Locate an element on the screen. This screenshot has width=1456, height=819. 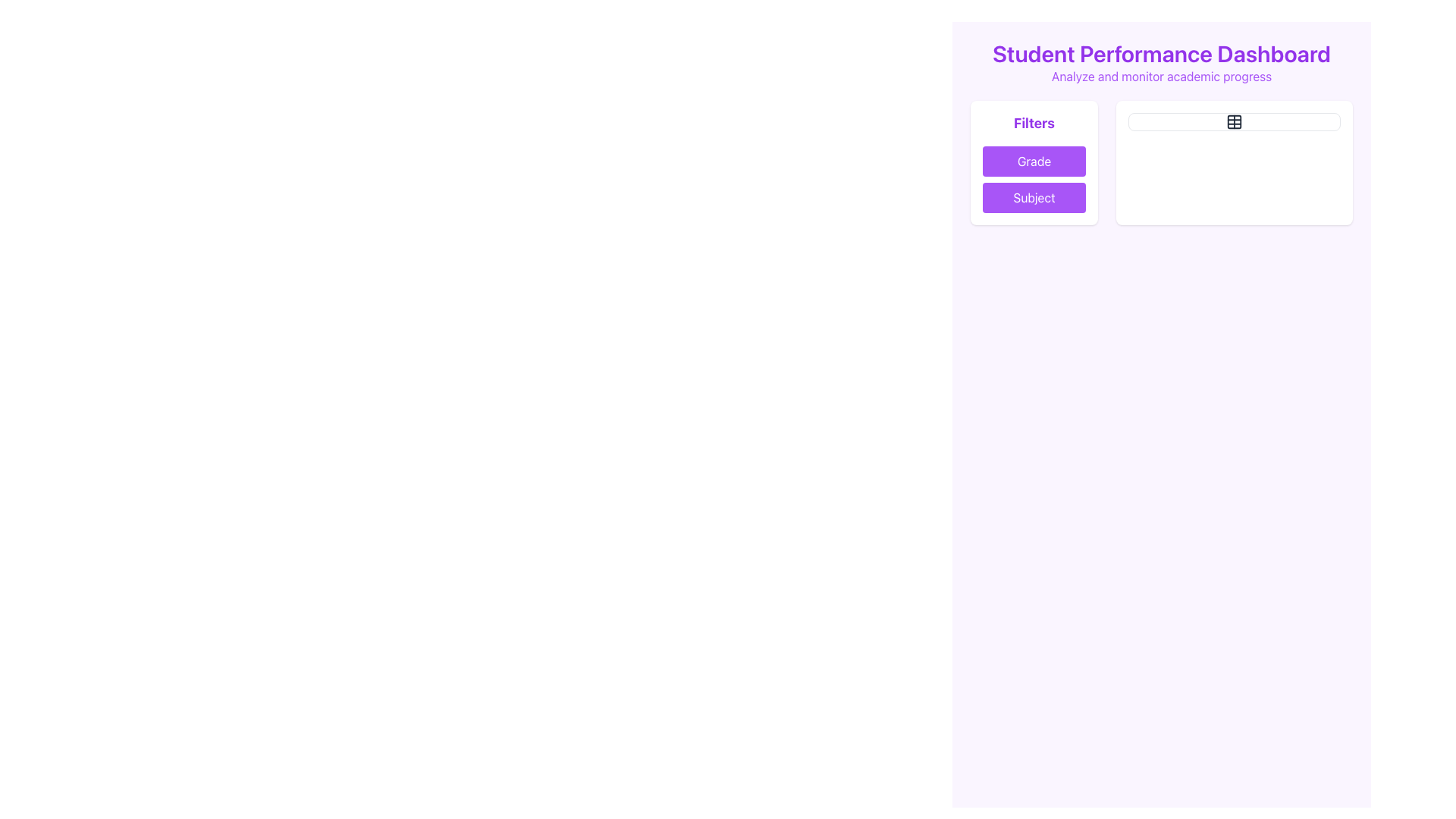
title element that serves as the heading for the 'Student Performance Dashboard', located at the top center of the interface is located at coordinates (1160, 52).